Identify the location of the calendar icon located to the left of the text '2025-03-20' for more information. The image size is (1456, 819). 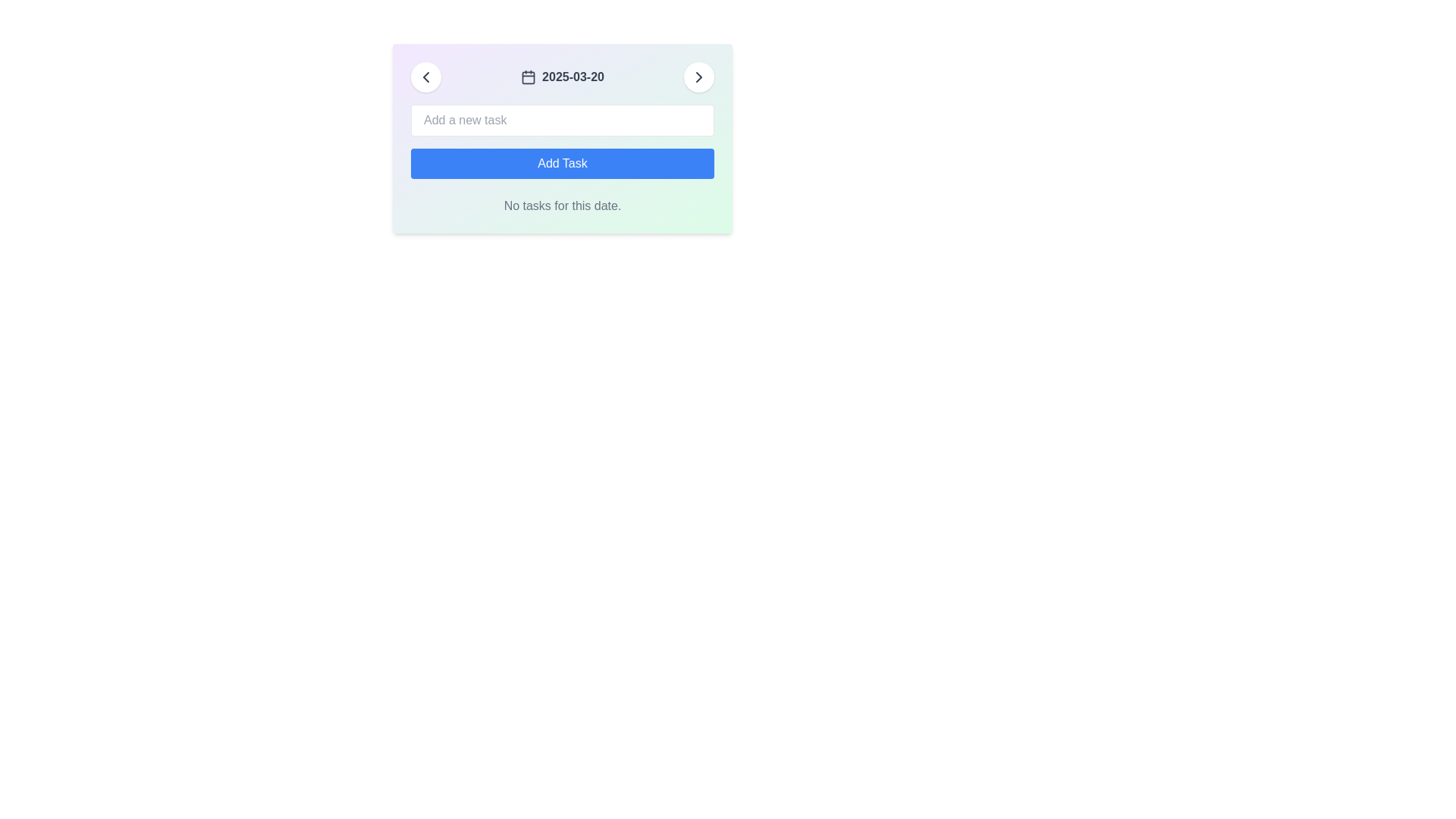
(529, 77).